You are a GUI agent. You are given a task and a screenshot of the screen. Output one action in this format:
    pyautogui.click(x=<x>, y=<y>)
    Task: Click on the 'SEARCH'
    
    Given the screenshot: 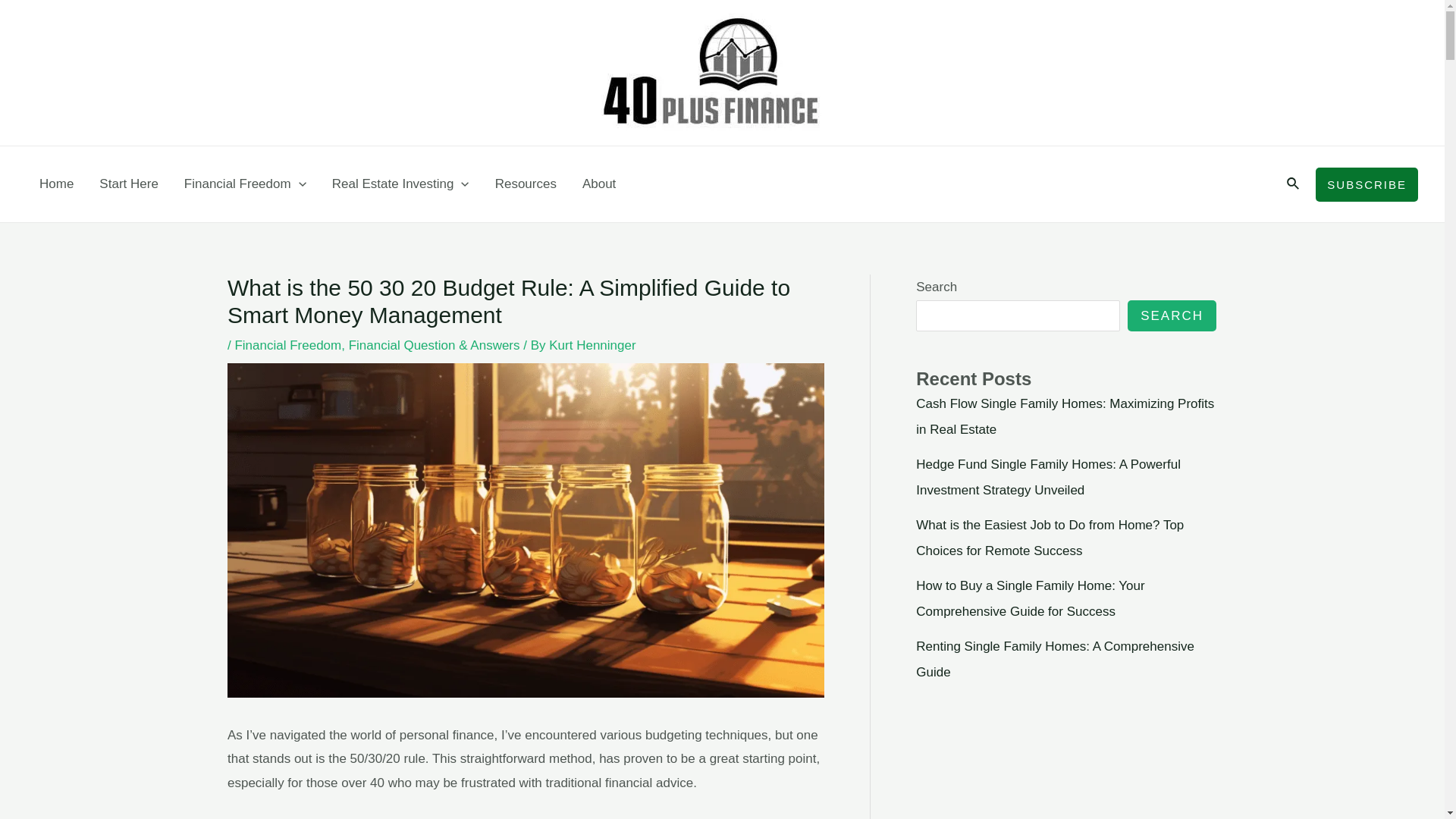 What is the action you would take?
    pyautogui.click(x=1128, y=315)
    